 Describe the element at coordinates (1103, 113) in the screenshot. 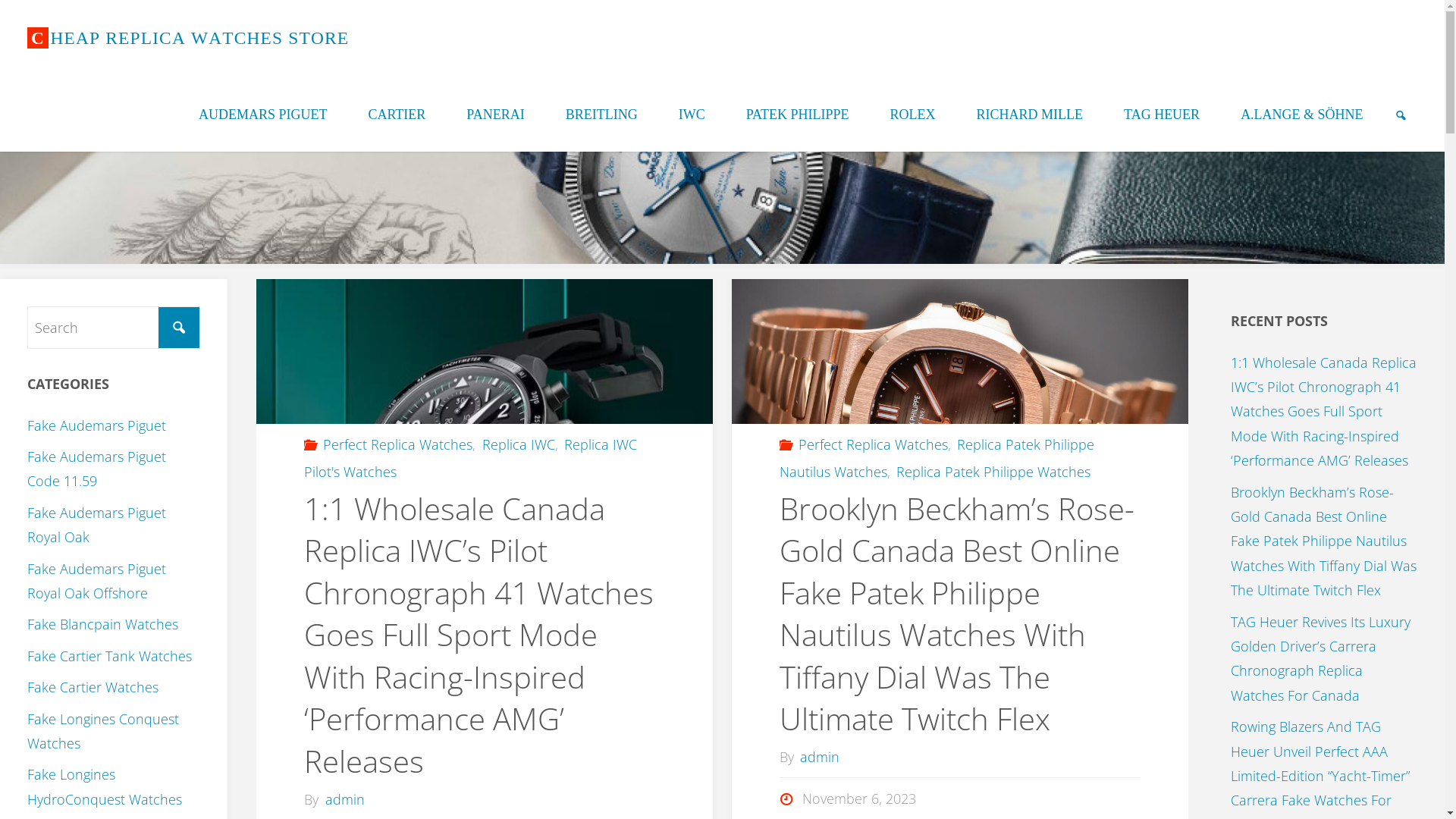

I see `'TAG HEUER'` at that location.